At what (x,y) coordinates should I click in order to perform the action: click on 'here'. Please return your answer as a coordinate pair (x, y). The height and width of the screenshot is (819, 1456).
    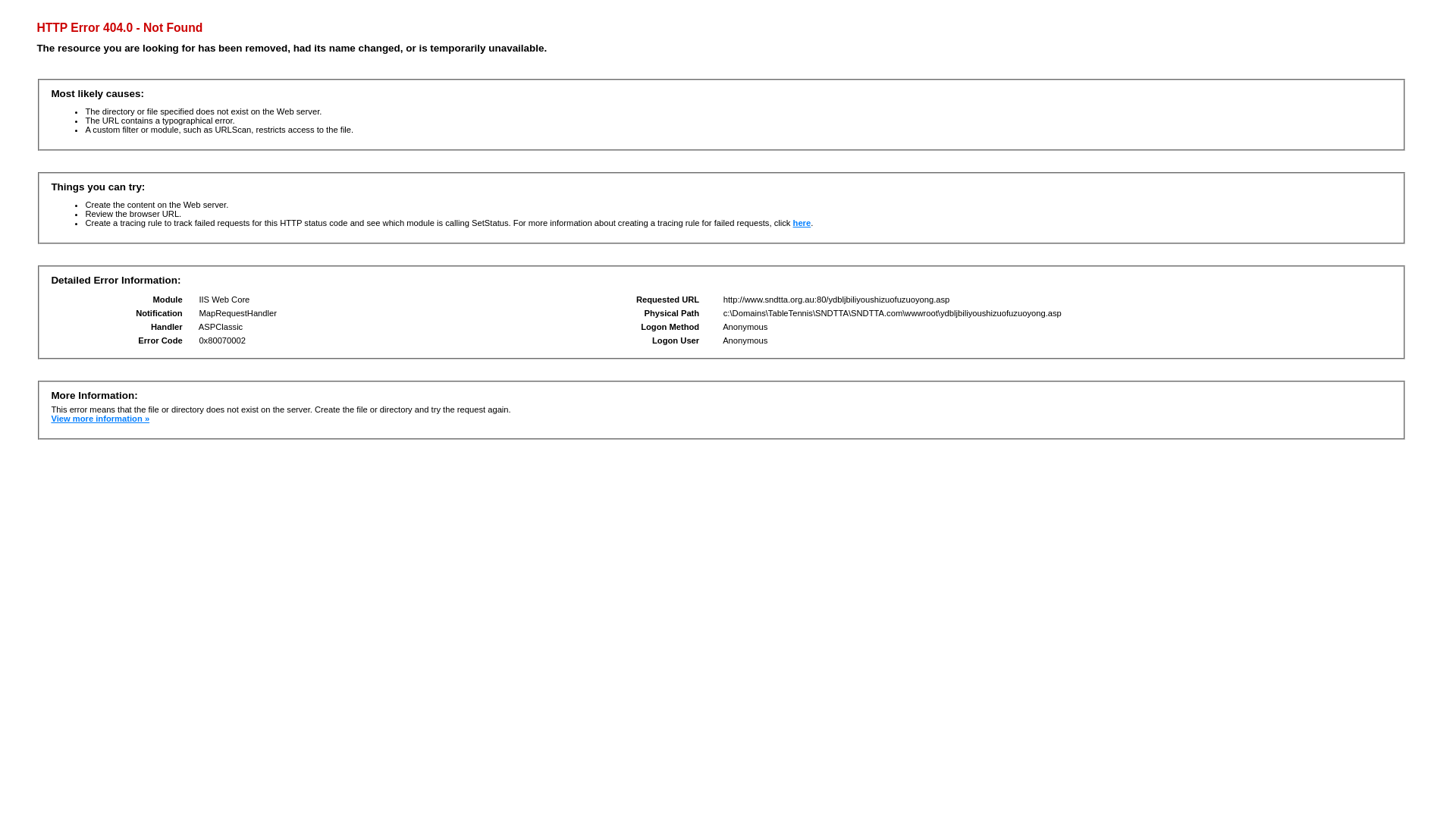
    Looking at the image, I should click on (801, 222).